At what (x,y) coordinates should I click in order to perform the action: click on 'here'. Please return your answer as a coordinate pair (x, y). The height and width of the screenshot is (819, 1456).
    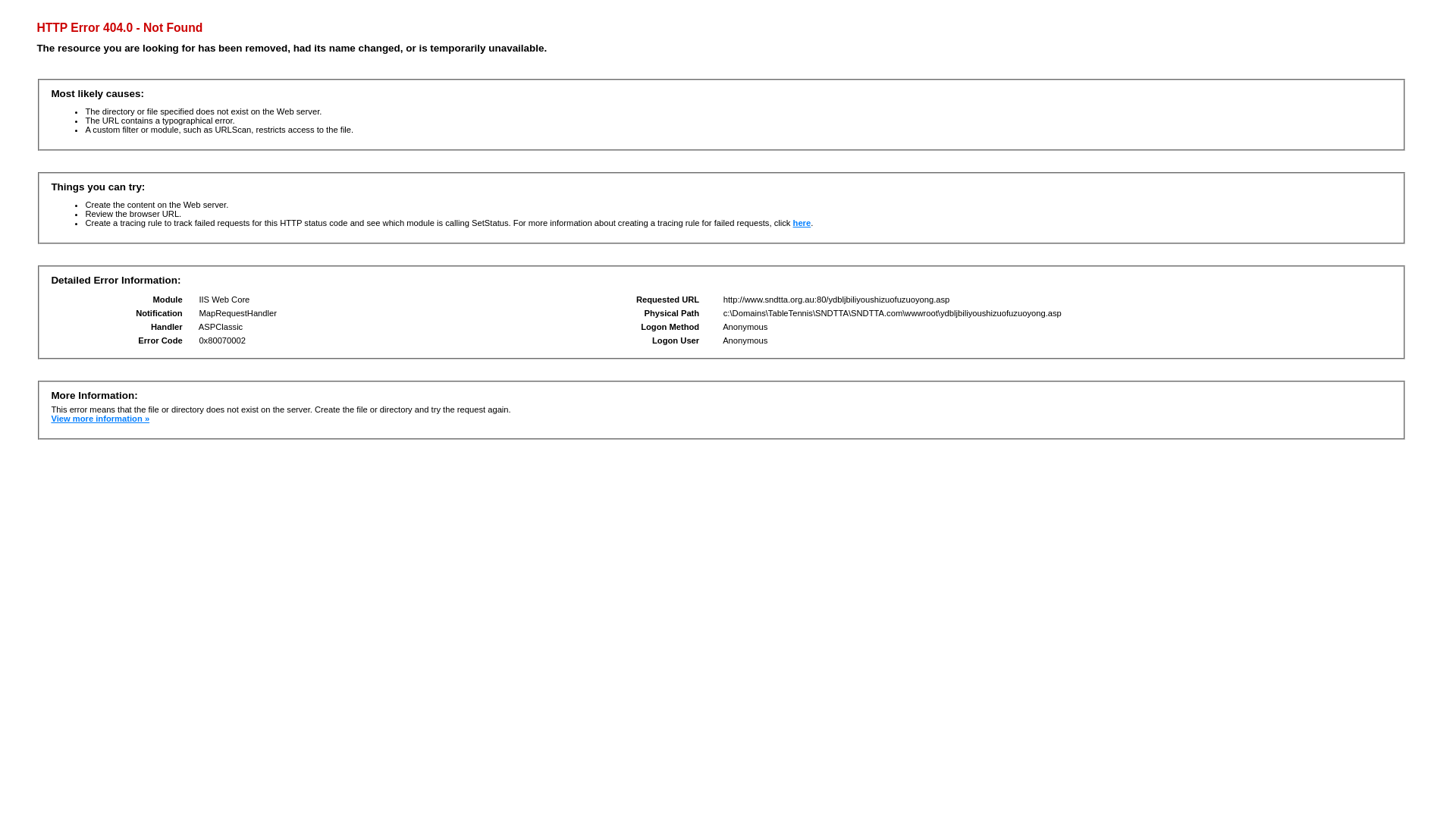
    Looking at the image, I should click on (801, 222).